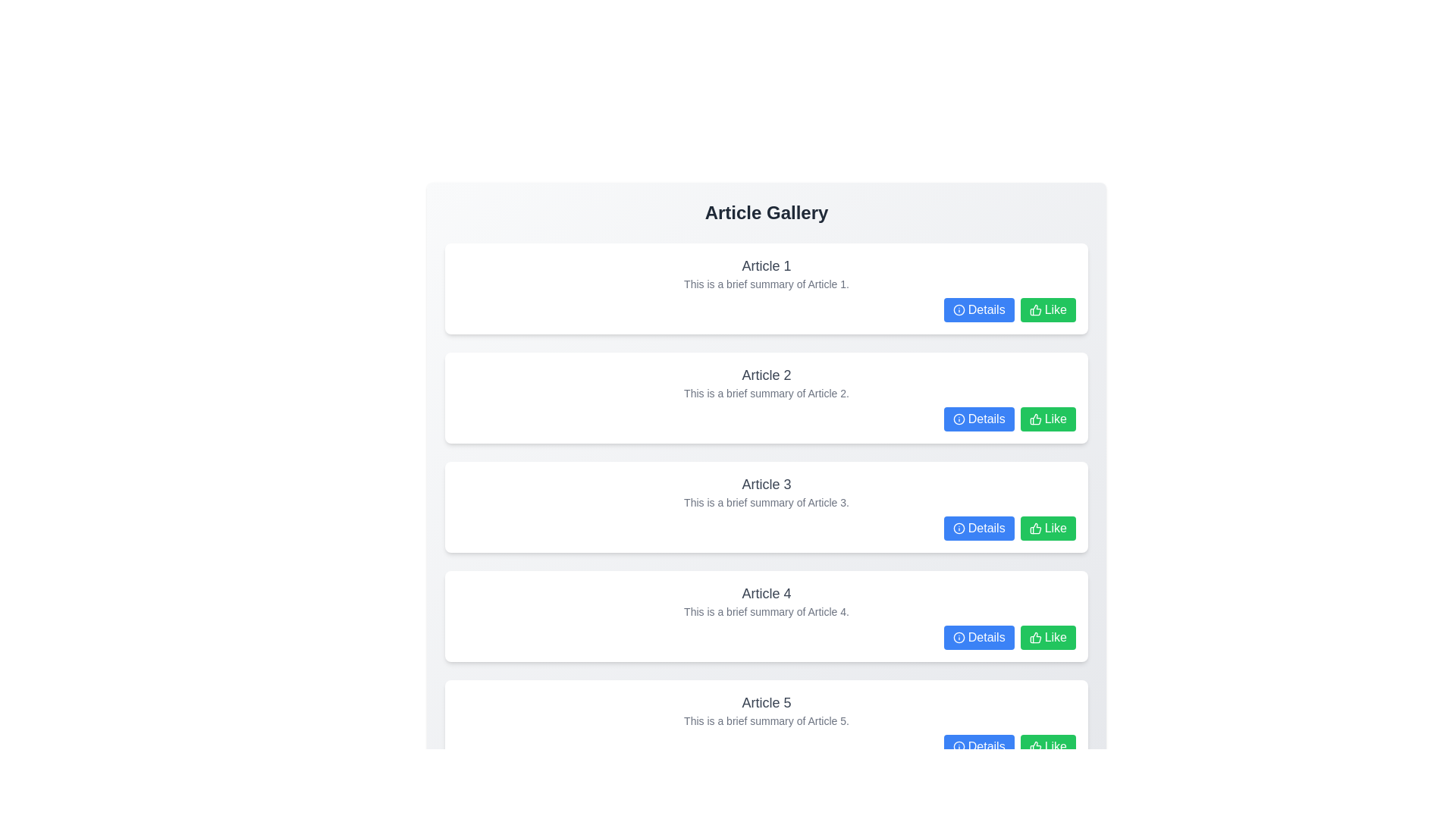 The width and height of the screenshot is (1456, 819). What do you see at coordinates (958, 637) in the screenshot?
I see `the visual representation of the circular blue and white icon located to the left of the 'Details' text within the 'Details' button of the fourth card, corresponding to 'Article 4'` at bounding box center [958, 637].